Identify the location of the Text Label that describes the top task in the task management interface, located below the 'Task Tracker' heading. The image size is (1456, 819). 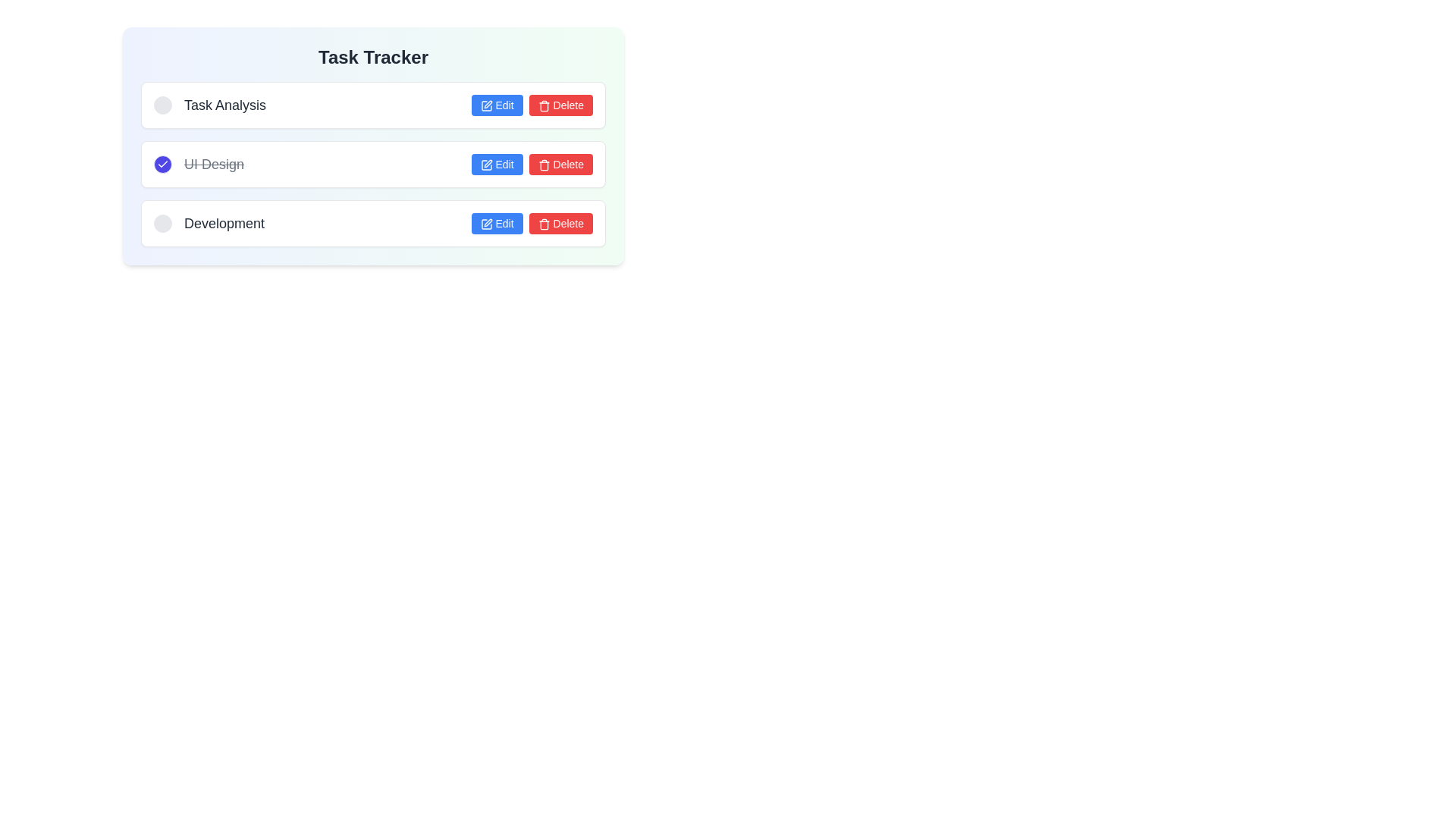
(224, 104).